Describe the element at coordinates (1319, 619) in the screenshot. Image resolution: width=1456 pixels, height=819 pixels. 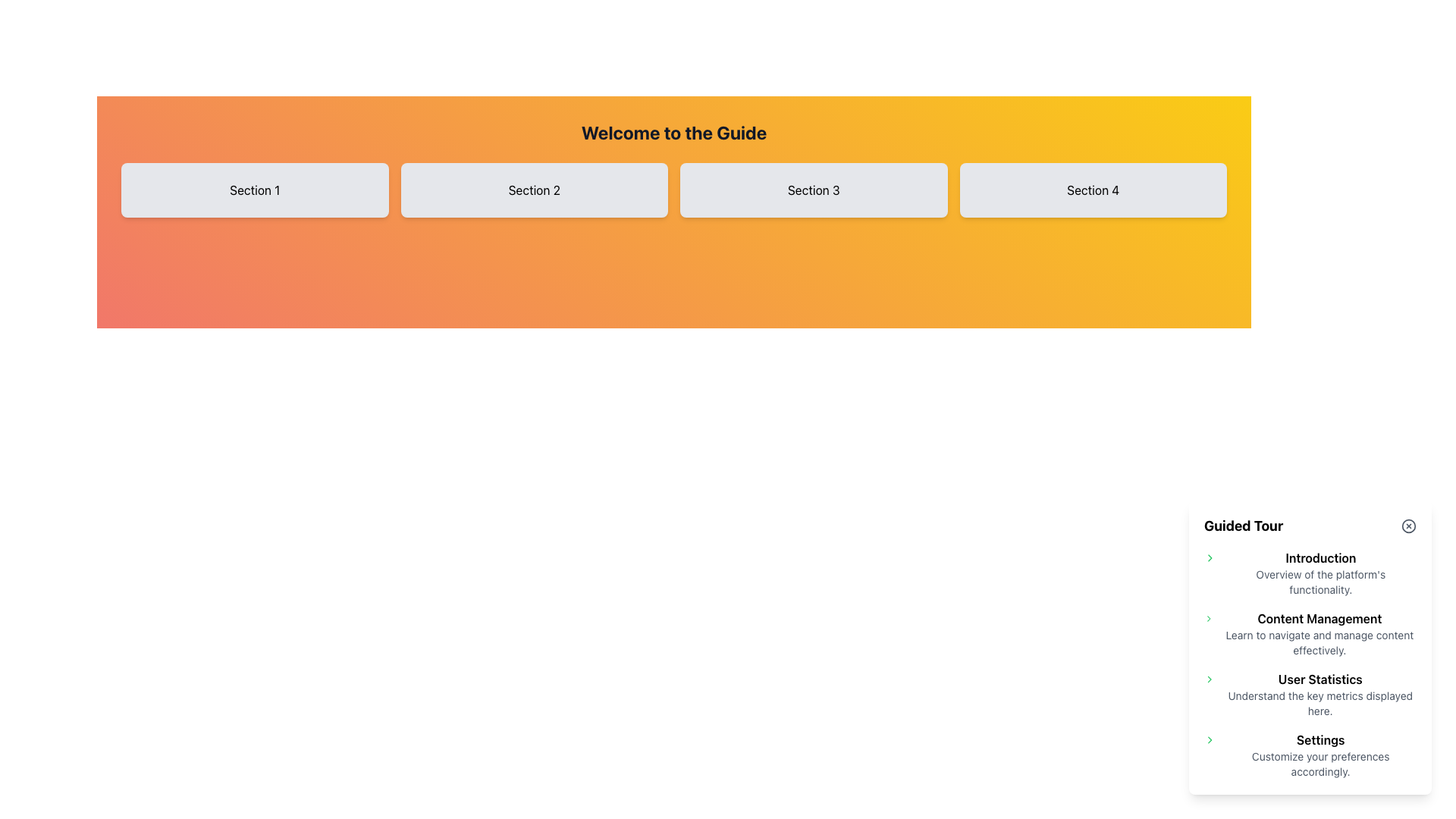
I see `the text label displaying 'Content Management', which is prominently styled and located in the 'Guided Tour' section, between 'Introduction' and 'User Statistics'` at that location.